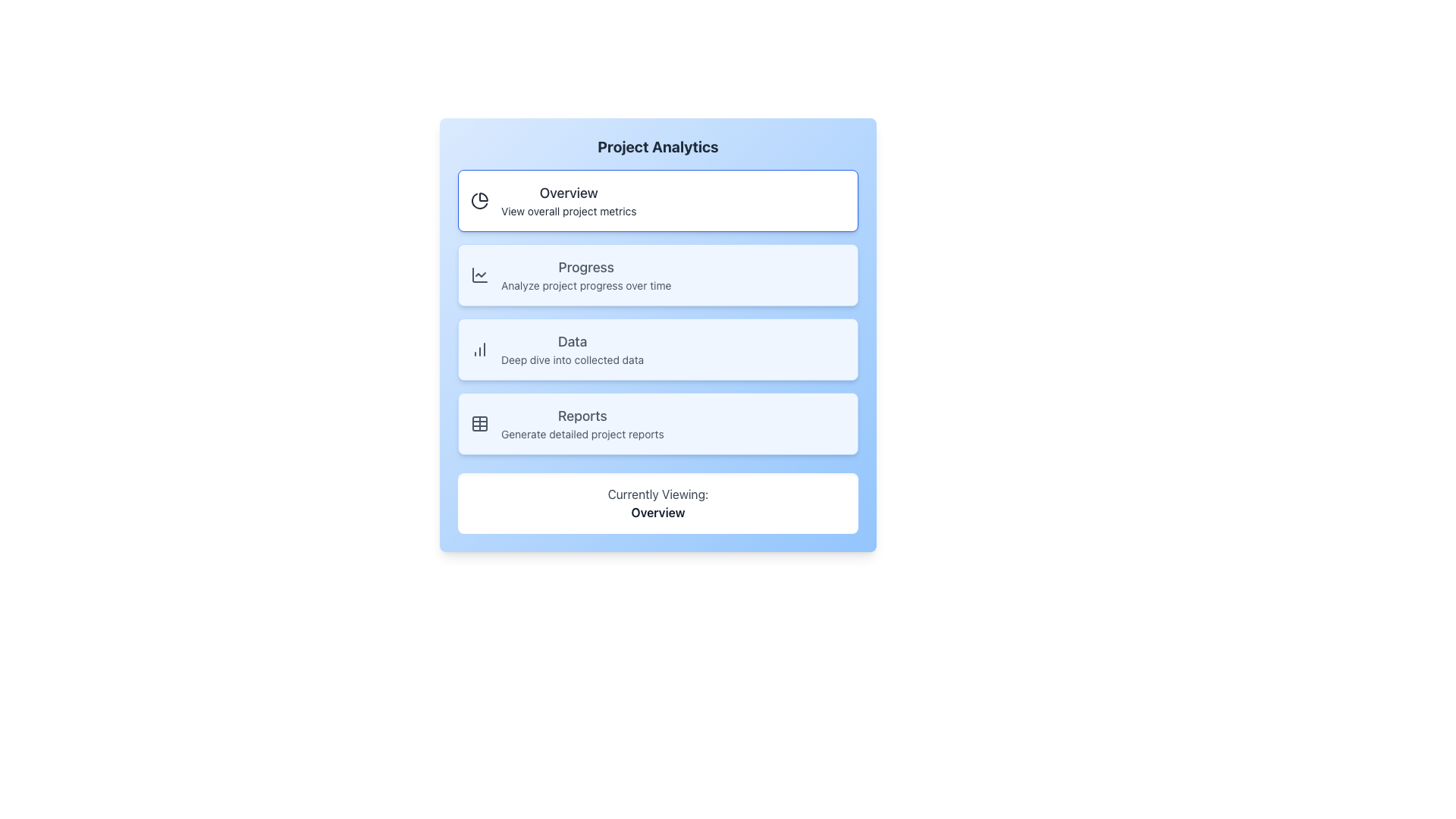 This screenshot has width=1456, height=819. I want to click on the text label reading 'Progress', which is styled with a large bold font, located near the top center of the interface, above the smaller text 'Analyze project progress over time', so click(585, 267).